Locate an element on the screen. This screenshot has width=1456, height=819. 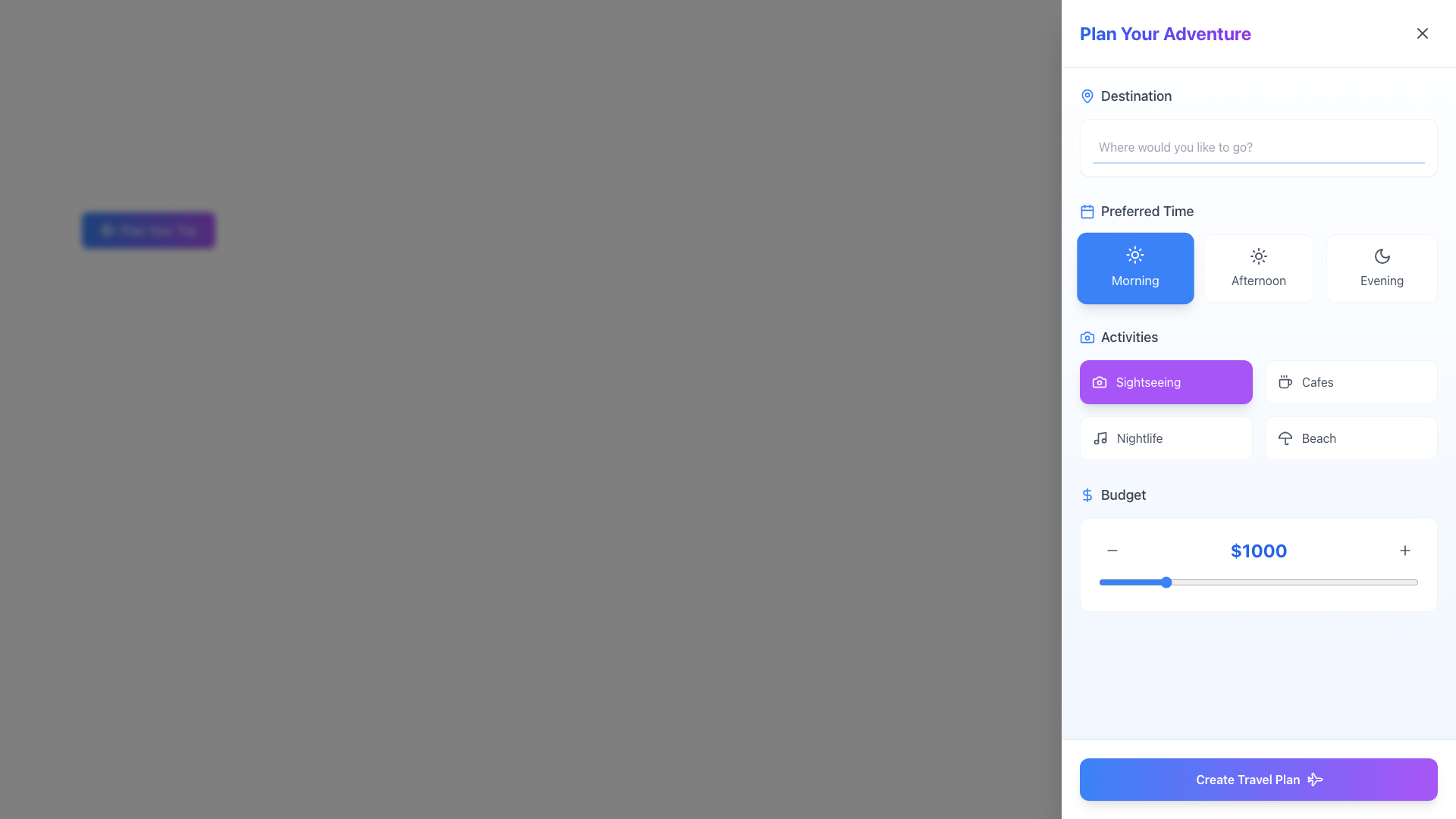
the 'Morning' time selection button is located at coordinates (1135, 280).